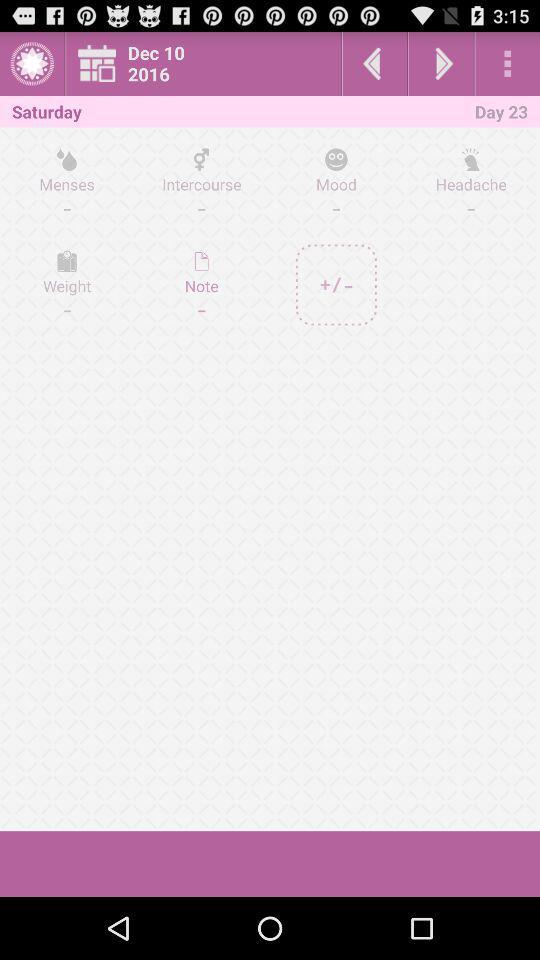 The image size is (540, 960). Describe the element at coordinates (67, 284) in the screenshot. I see `the icon to the left of intercourse` at that location.